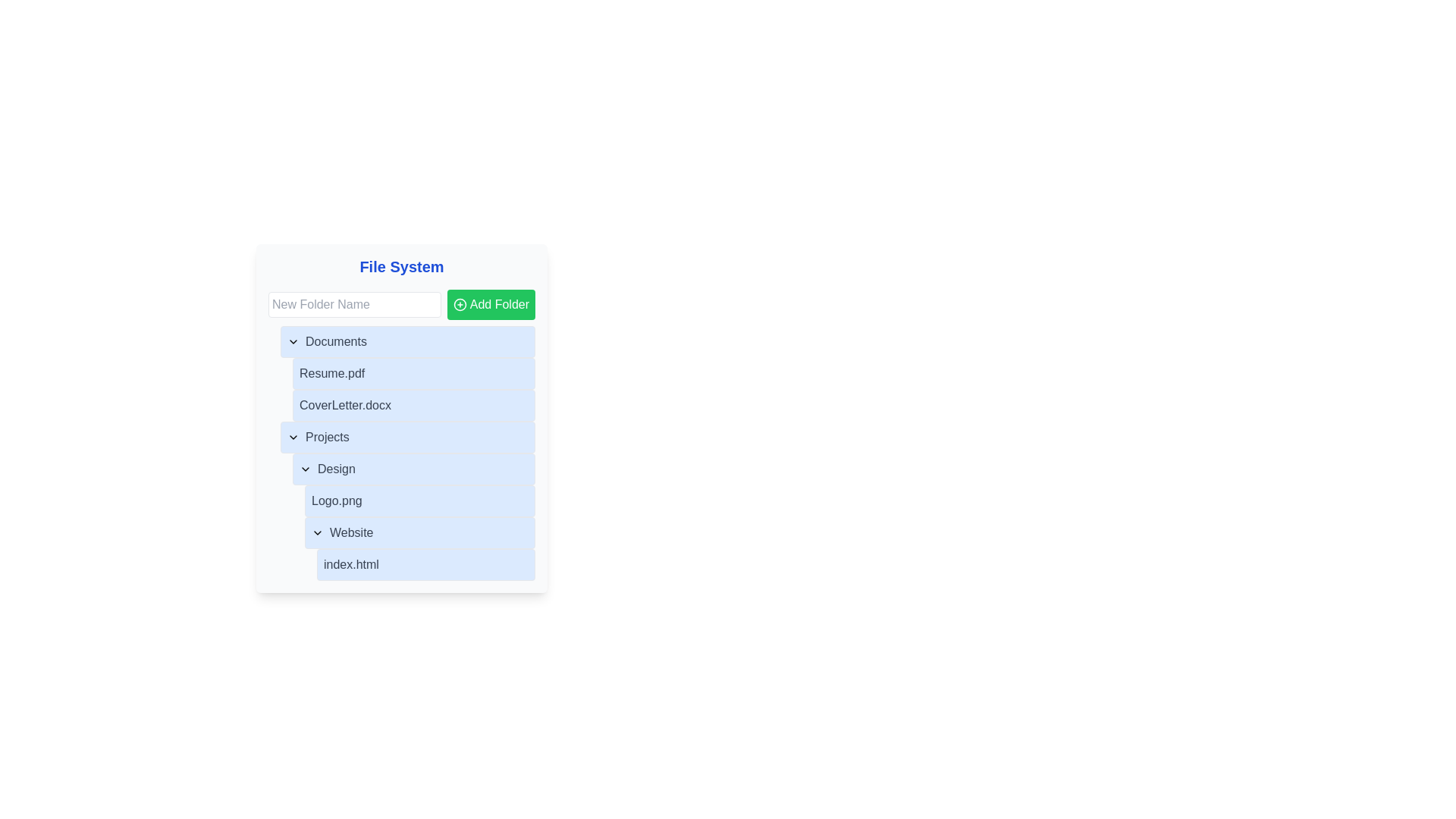  I want to click on the 'Projects' folder in the file system panel, so click(407, 438).